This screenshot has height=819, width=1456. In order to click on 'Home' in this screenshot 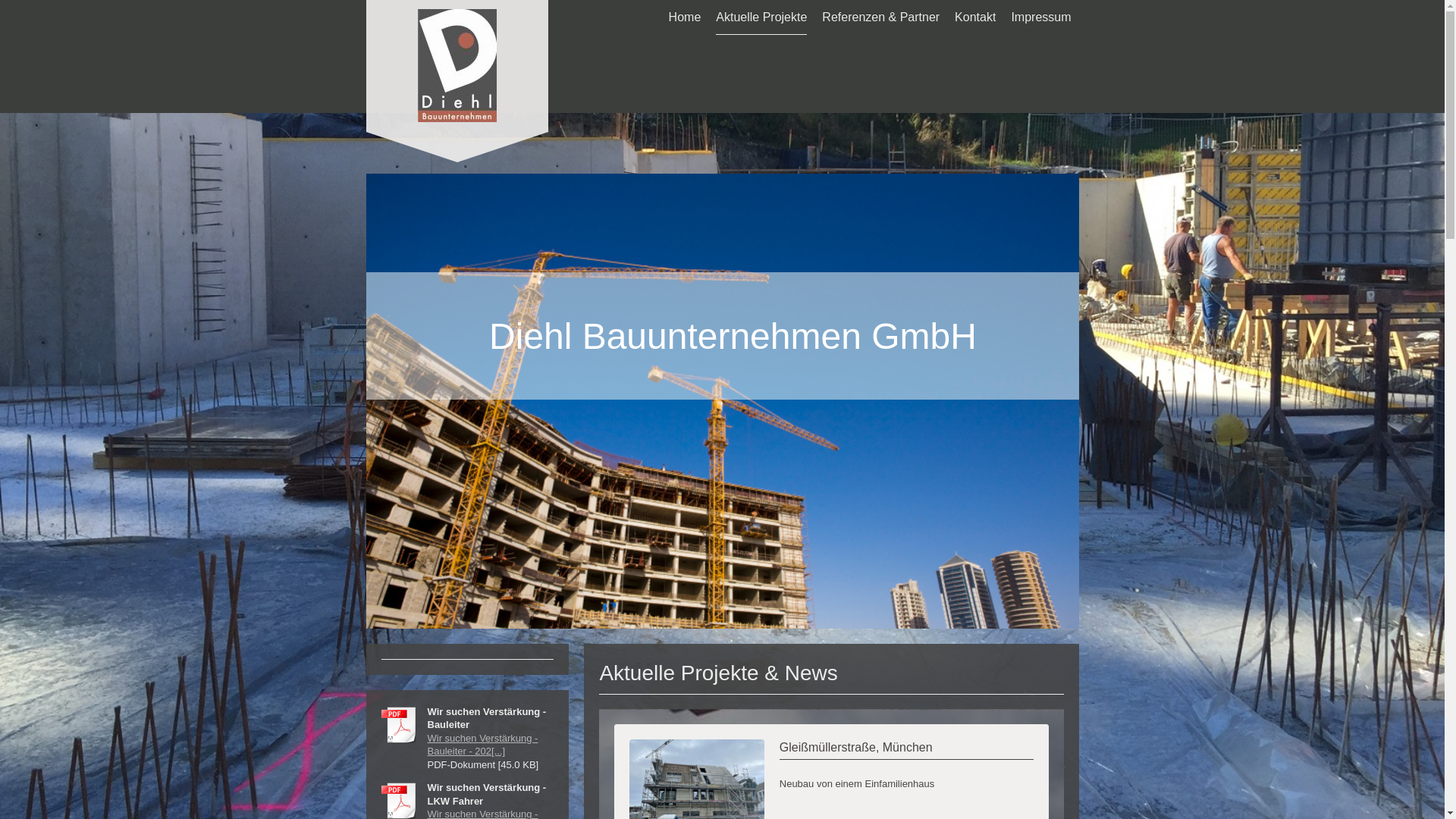, I will do `click(684, 17)`.